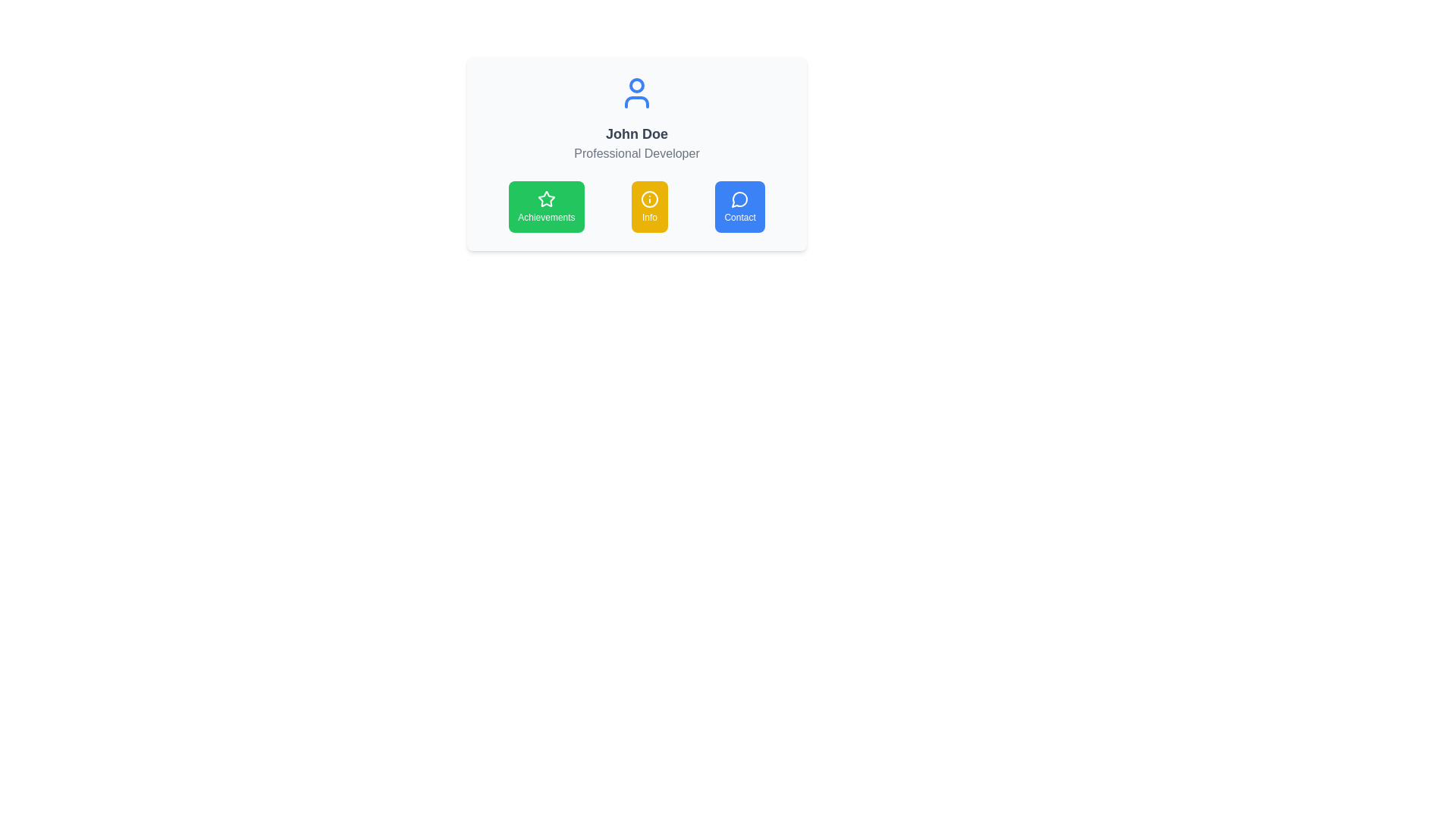 The width and height of the screenshot is (1456, 819). I want to click on the text label that reads 'Professional Developer', which is styled in light gray and positioned directly beneath the bold text label 'John Doe', so click(637, 154).